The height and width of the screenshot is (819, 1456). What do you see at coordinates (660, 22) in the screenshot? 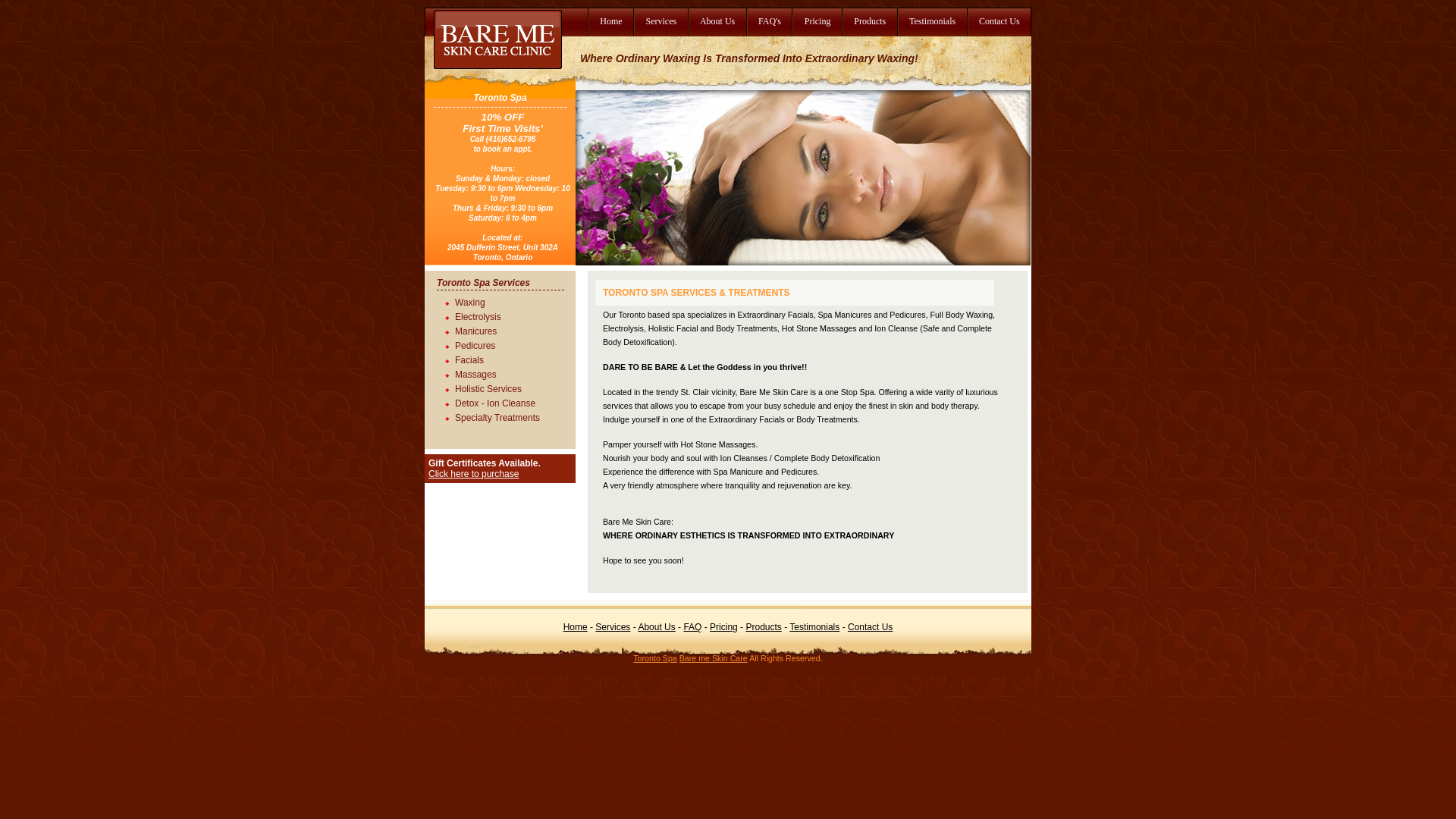
I see `'Services'` at bounding box center [660, 22].